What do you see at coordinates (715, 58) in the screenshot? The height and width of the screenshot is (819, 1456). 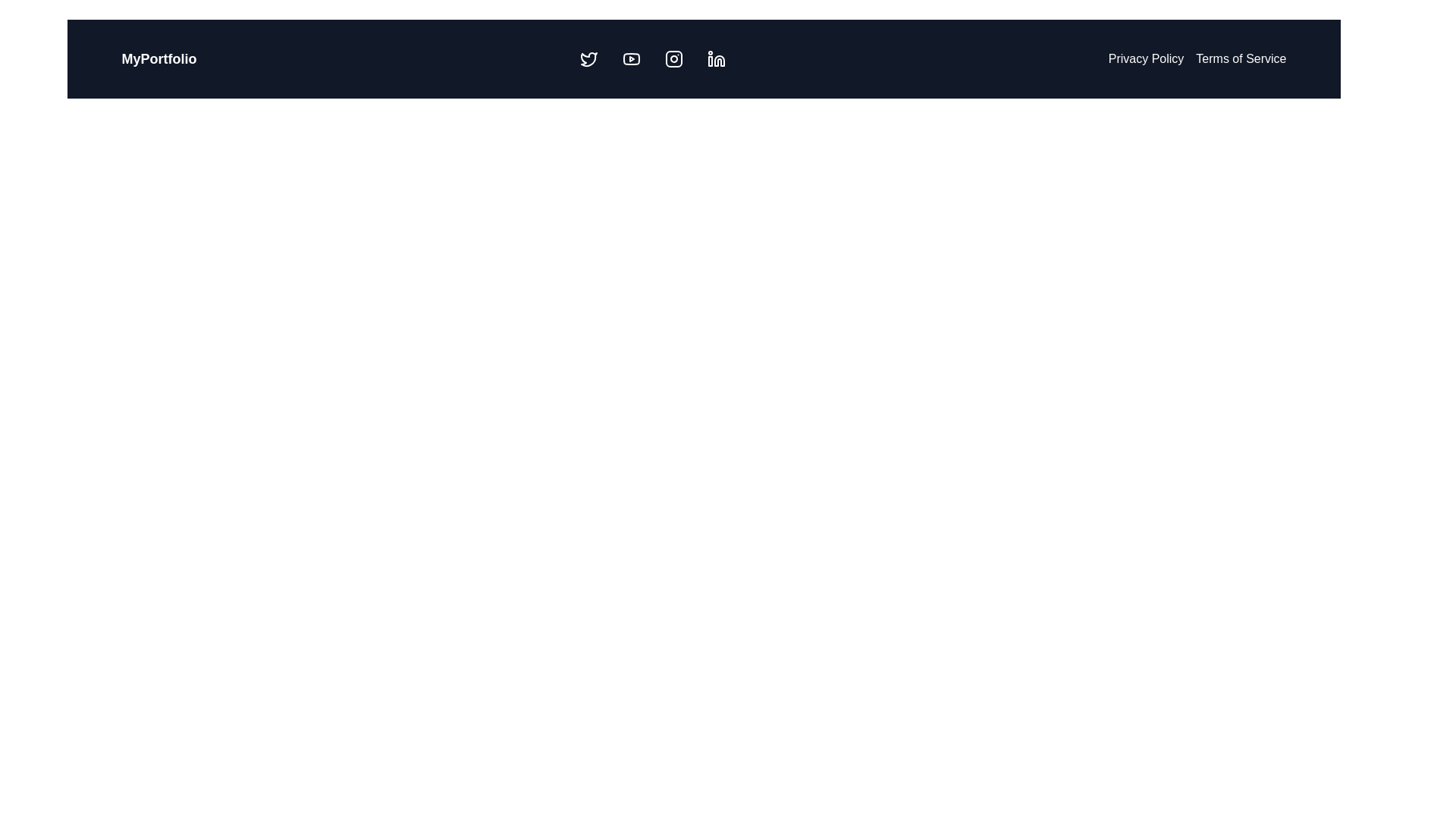 I see `the LinkedIn button, which is the fourth icon in the row of social media links in the top navigation bar` at bounding box center [715, 58].